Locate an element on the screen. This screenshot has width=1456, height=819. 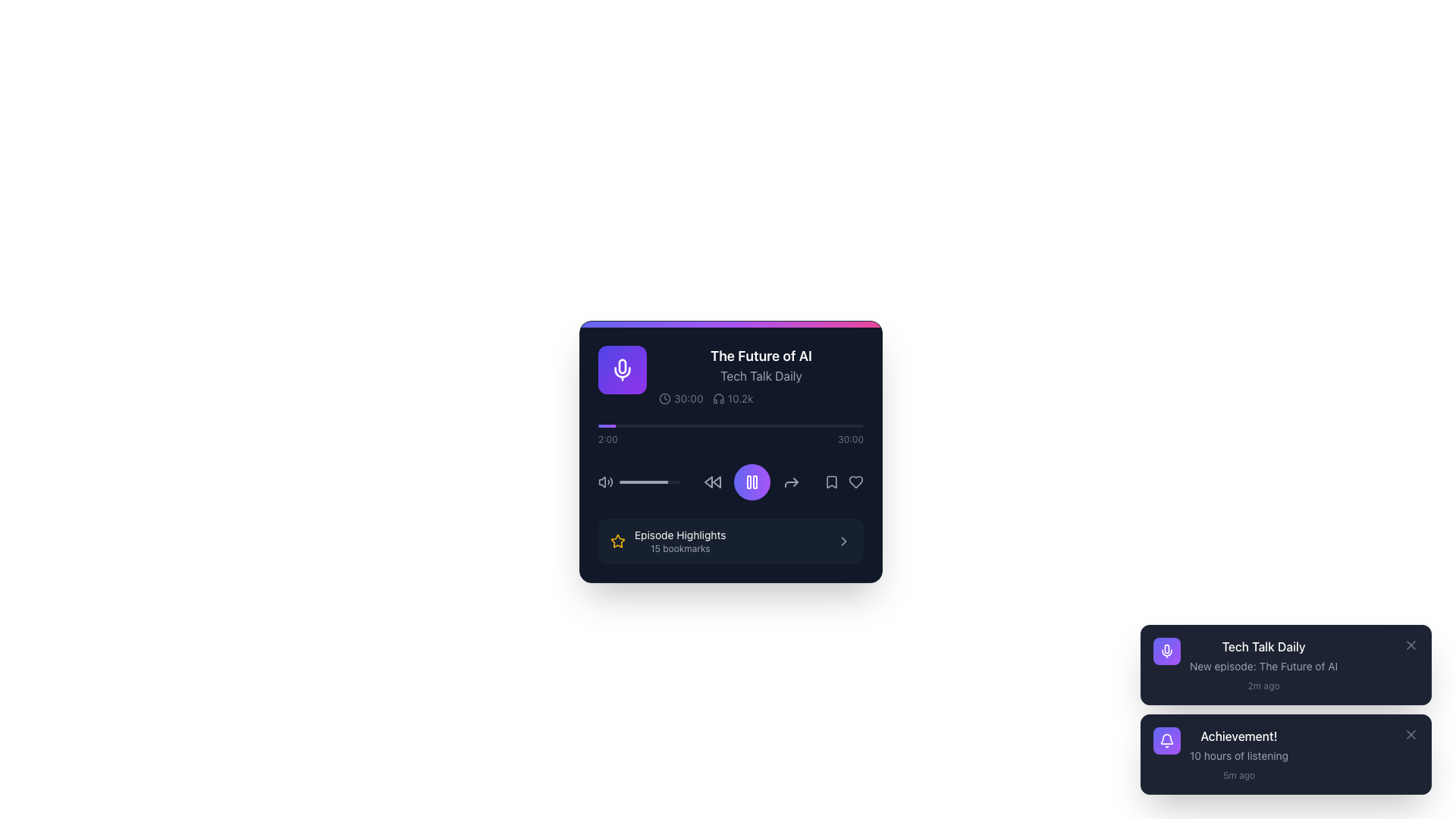
the forward arrow icon button styled in gray located to the far right of the playback control panel is located at coordinates (790, 482).